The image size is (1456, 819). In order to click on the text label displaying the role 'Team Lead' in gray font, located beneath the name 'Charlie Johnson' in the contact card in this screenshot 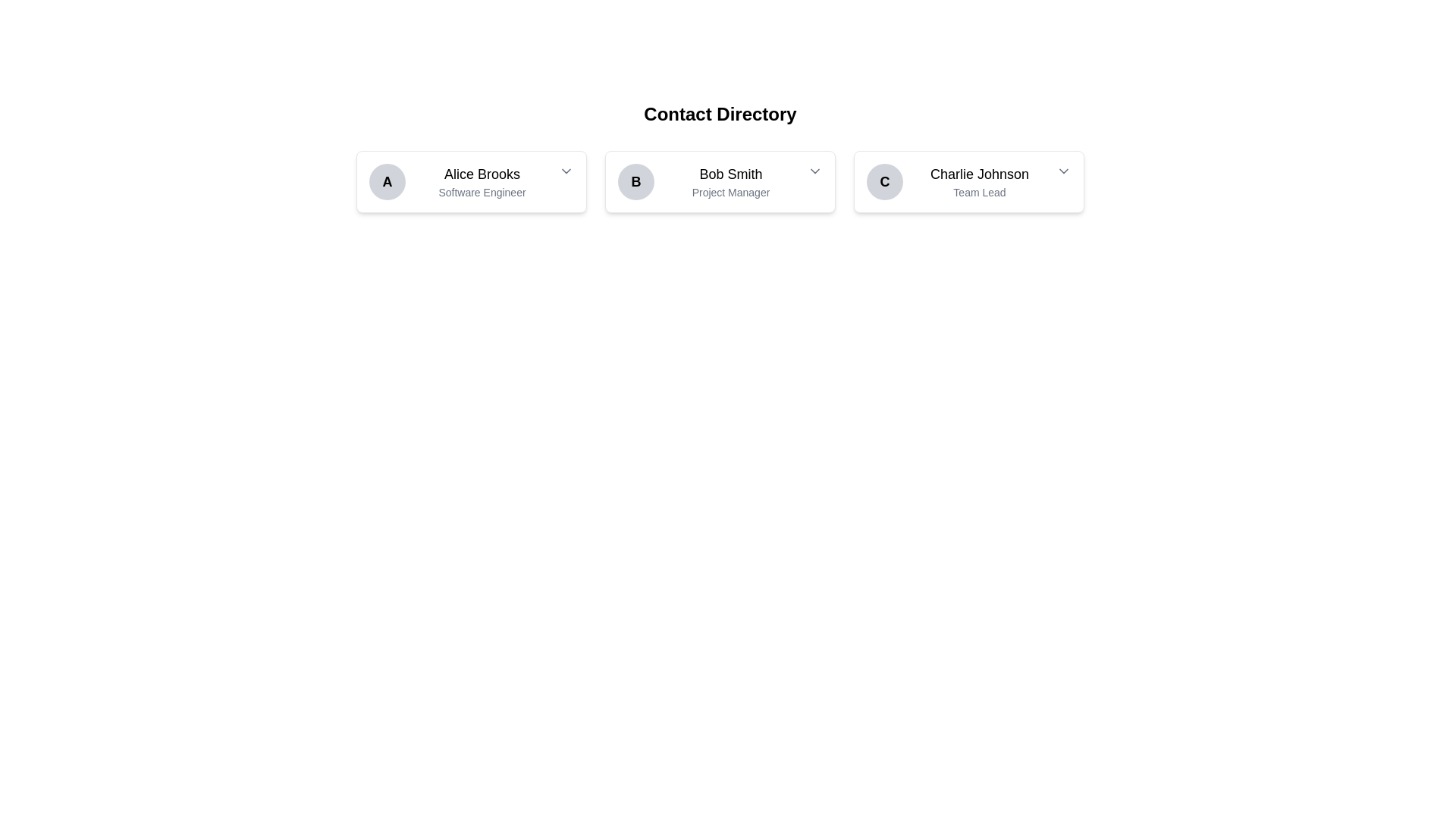, I will do `click(979, 192)`.